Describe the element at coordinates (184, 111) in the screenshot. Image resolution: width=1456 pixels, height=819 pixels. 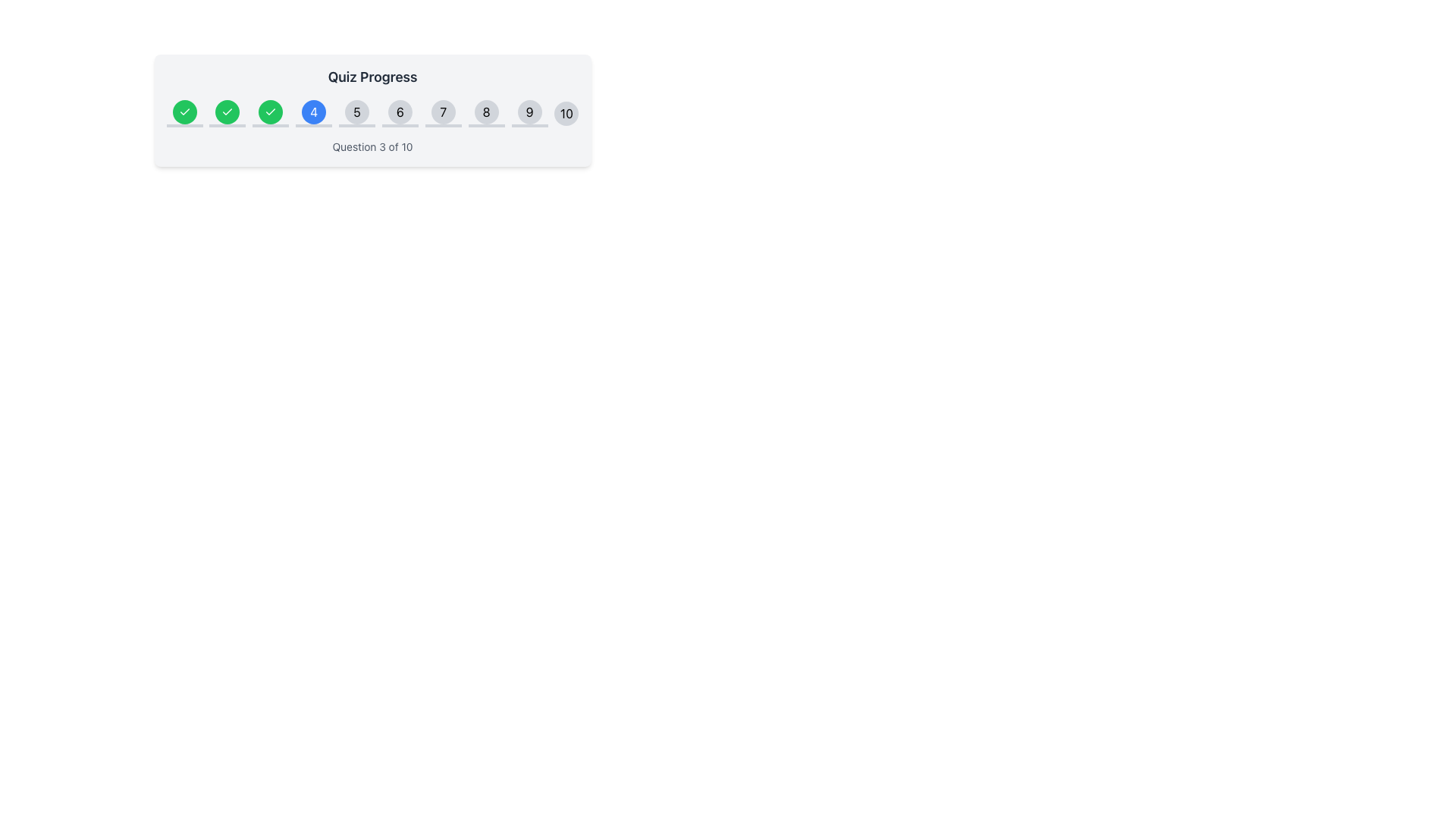
I see `the green circular icon with a checkmark that indicates a completed action in the quiz progress bar` at that location.